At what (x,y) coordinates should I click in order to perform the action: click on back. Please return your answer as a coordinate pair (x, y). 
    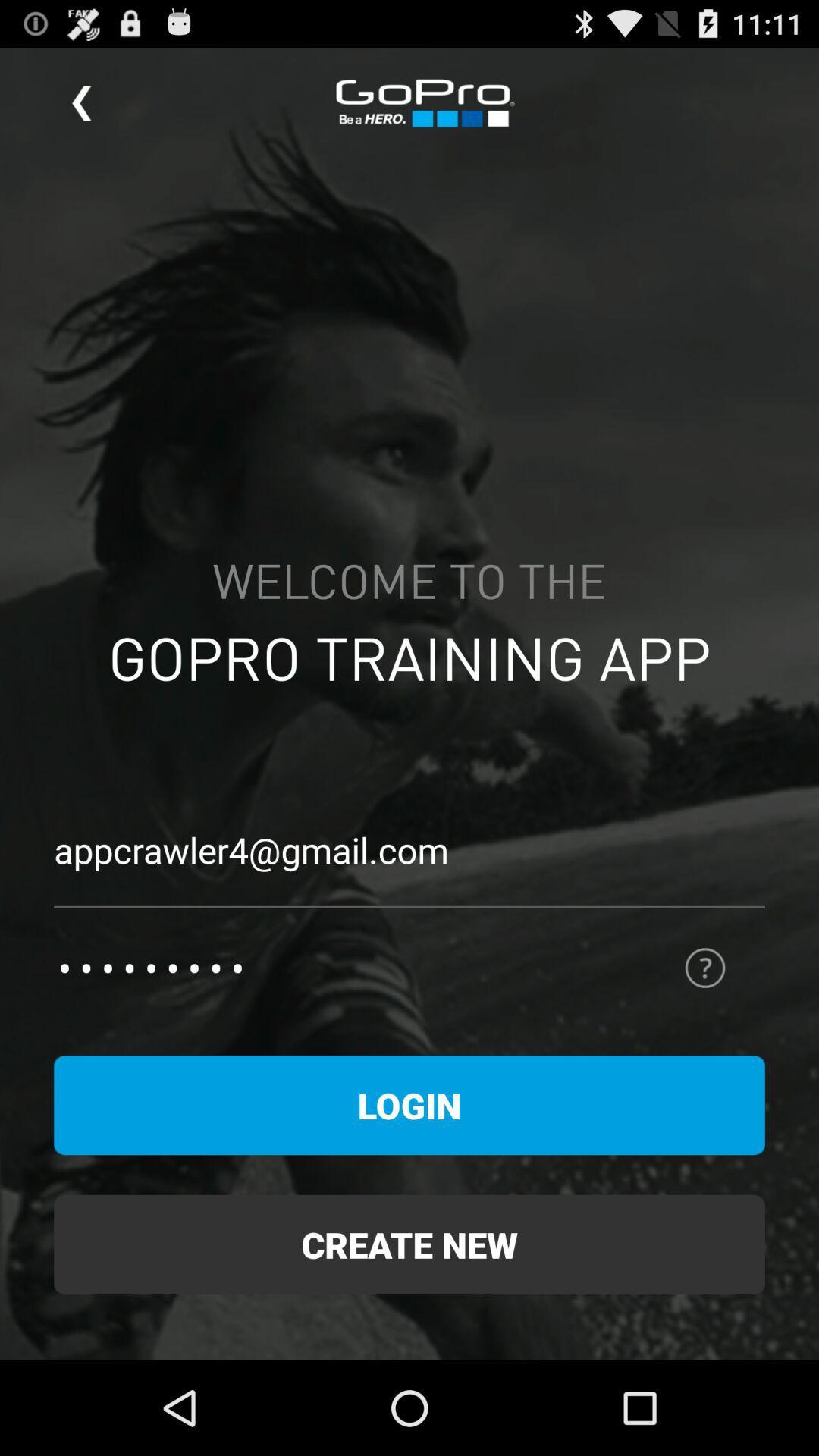
    Looking at the image, I should click on (81, 102).